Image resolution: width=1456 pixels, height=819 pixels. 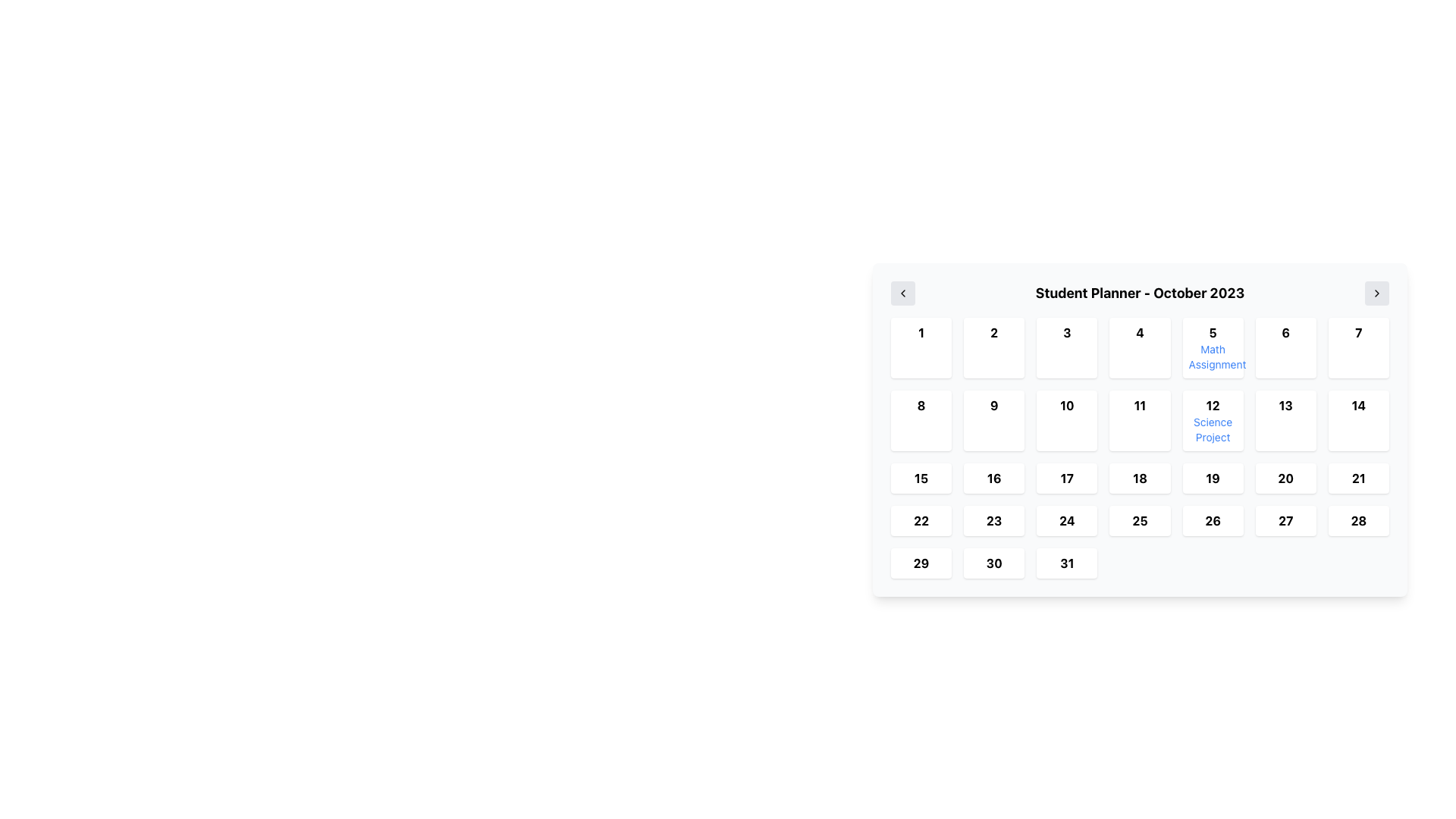 What do you see at coordinates (1066, 563) in the screenshot?
I see `the bold date '31' in the calendar view, located at the fifth row and second column of the grid` at bounding box center [1066, 563].